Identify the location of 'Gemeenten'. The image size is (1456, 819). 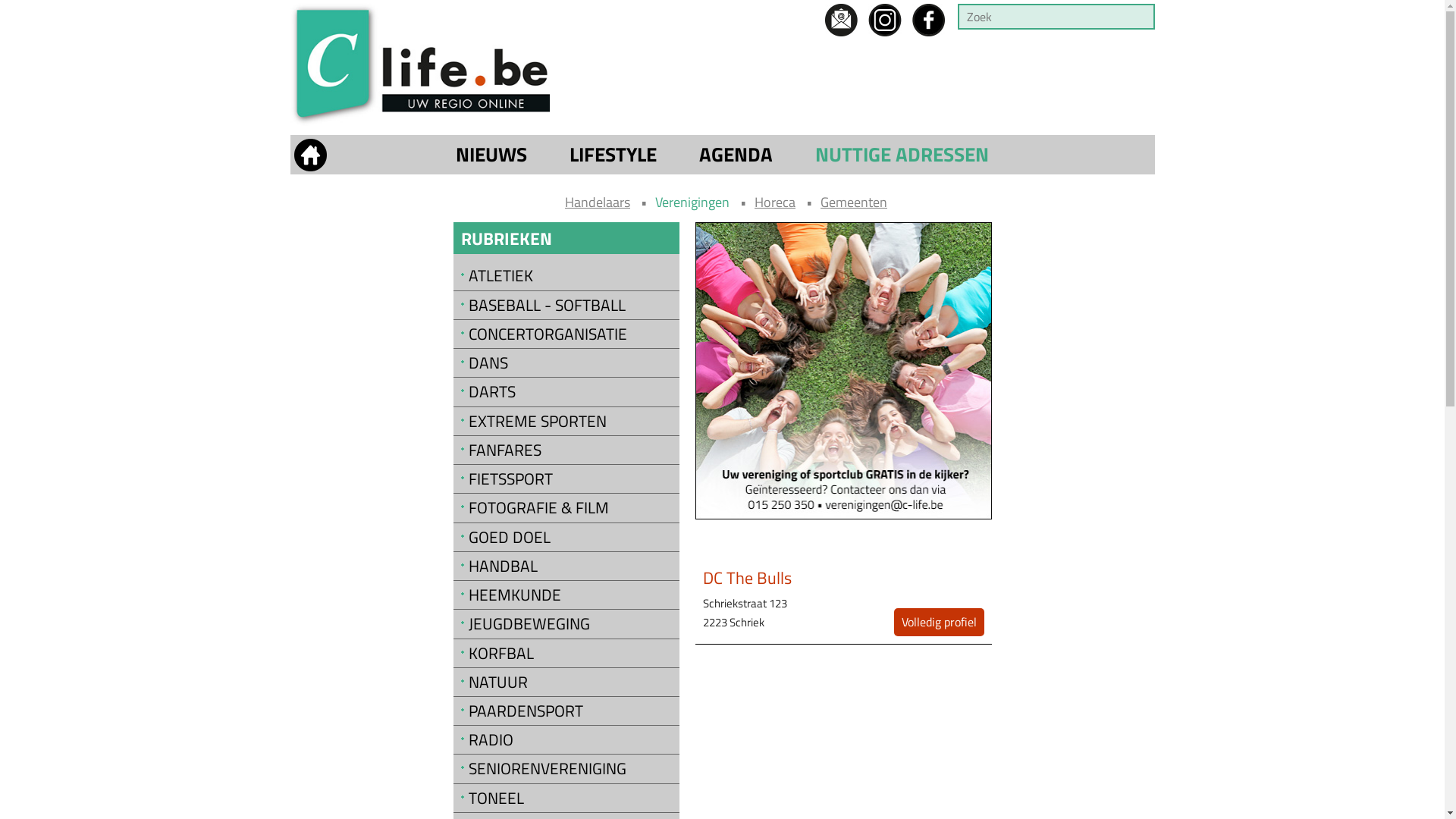
(854, 201).